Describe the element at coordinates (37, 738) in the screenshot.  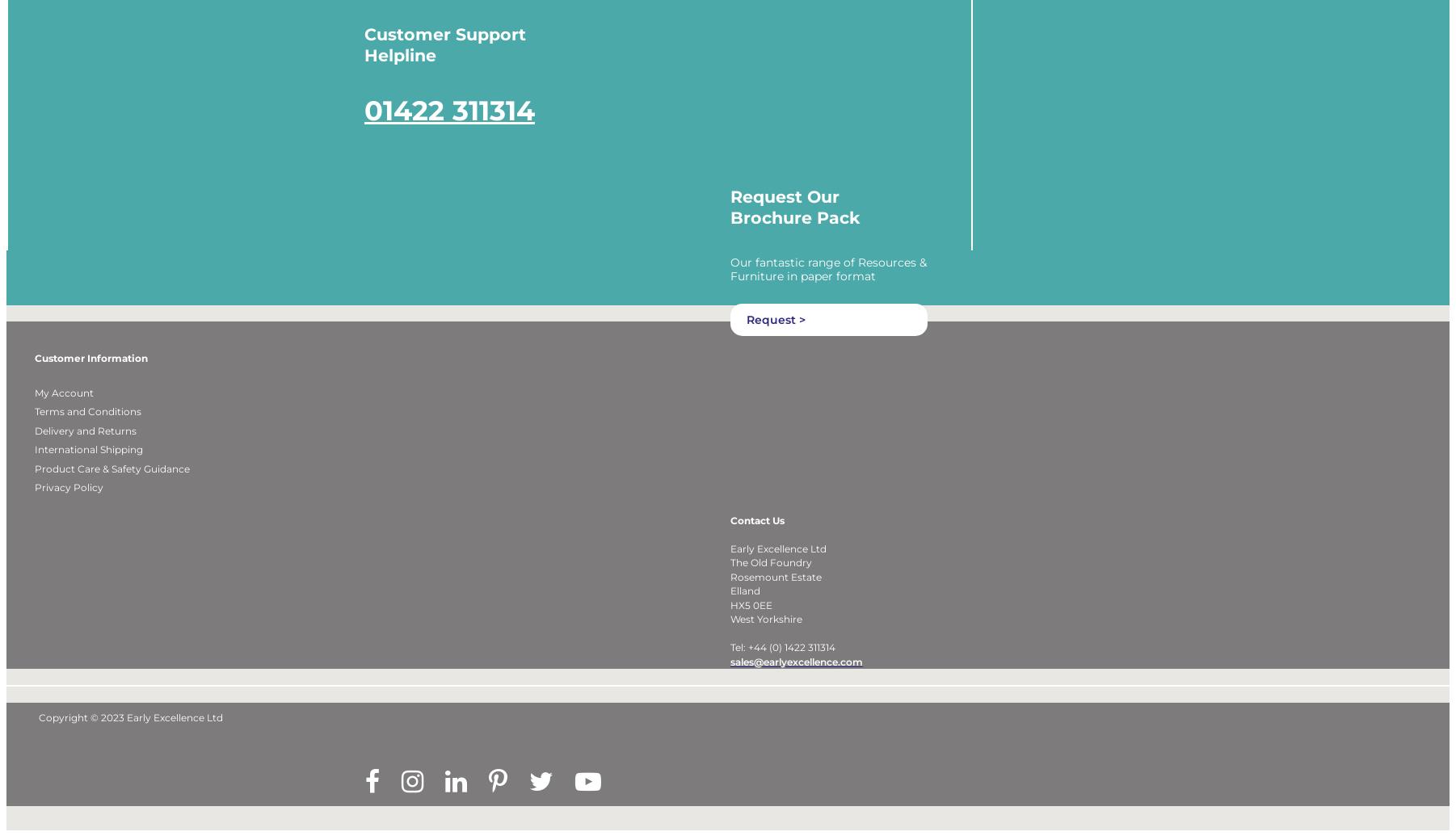
I see `'Copyright © 2023 Early Excellence Ltd'` at that location.